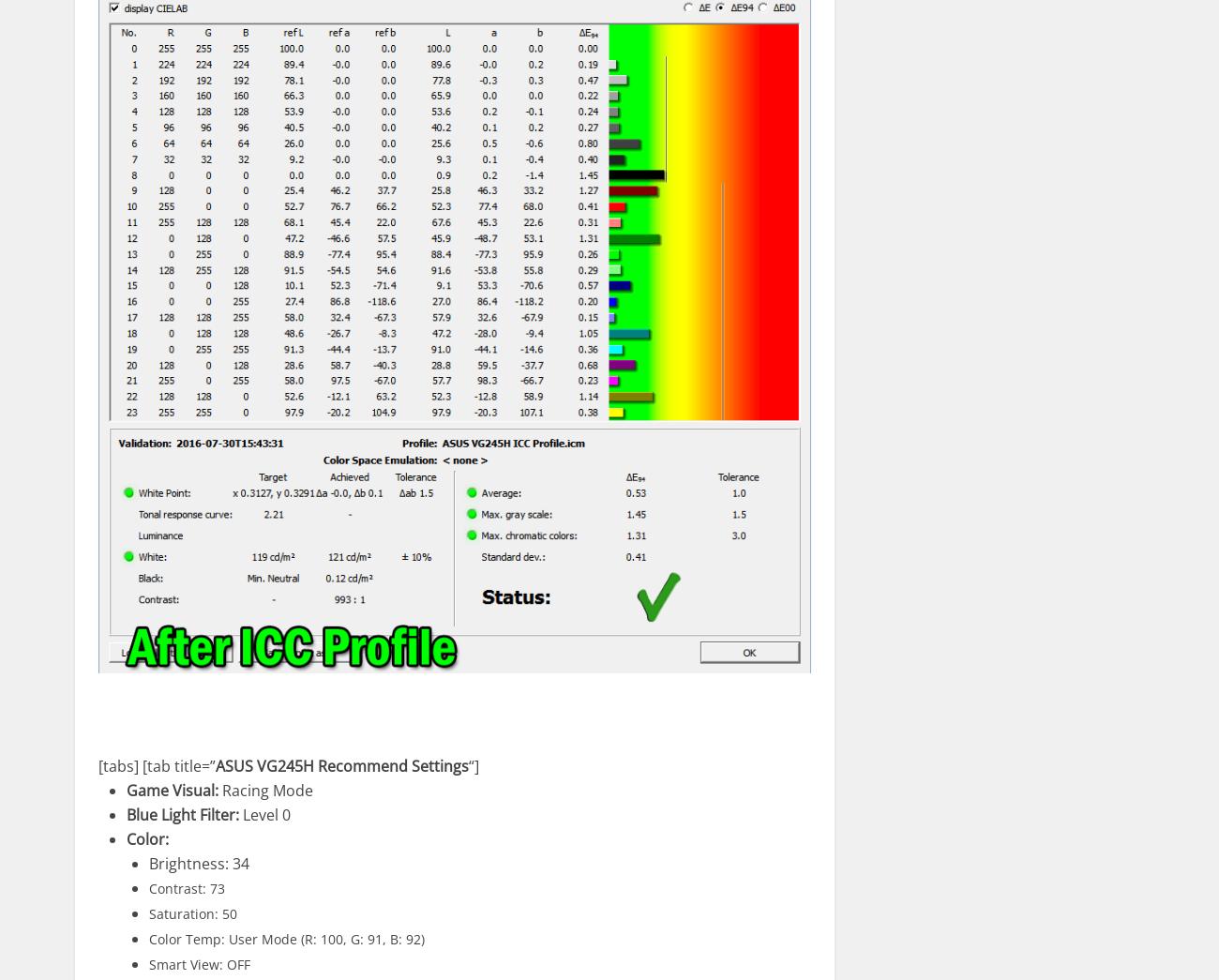 The height and width of the screenshot is (980, 1219). What do you see at coordinates (157, 764) in the screenshot?
I see `'[tabs] [tab title=”'` at bounding box center [157, 764].